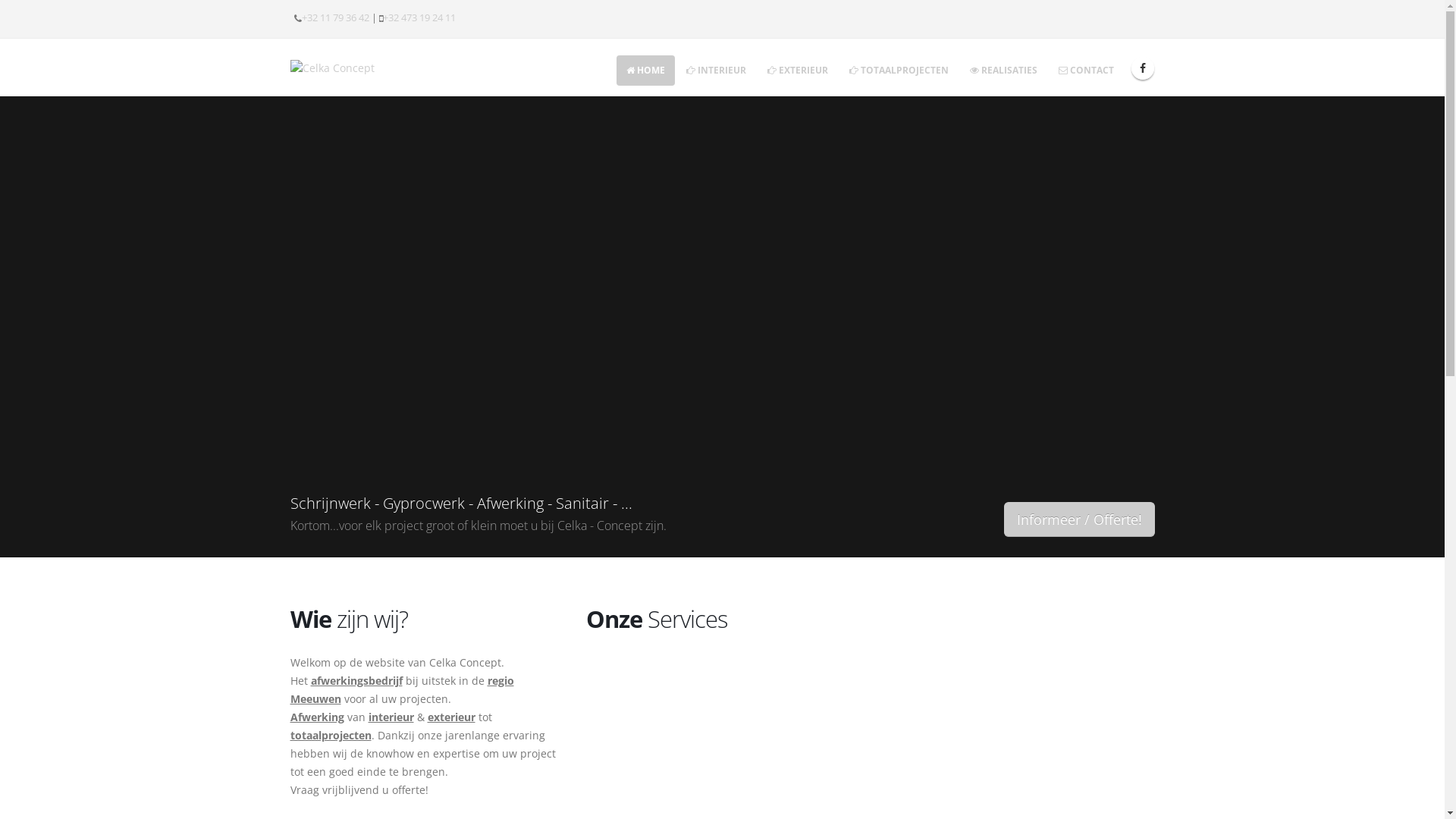 This screenshot has width=1456, height=819. What do you see at coordinates (419, 17) in the screenshot?
I see `'+32 473 19 24 11'` at bounding box center [419, 17].